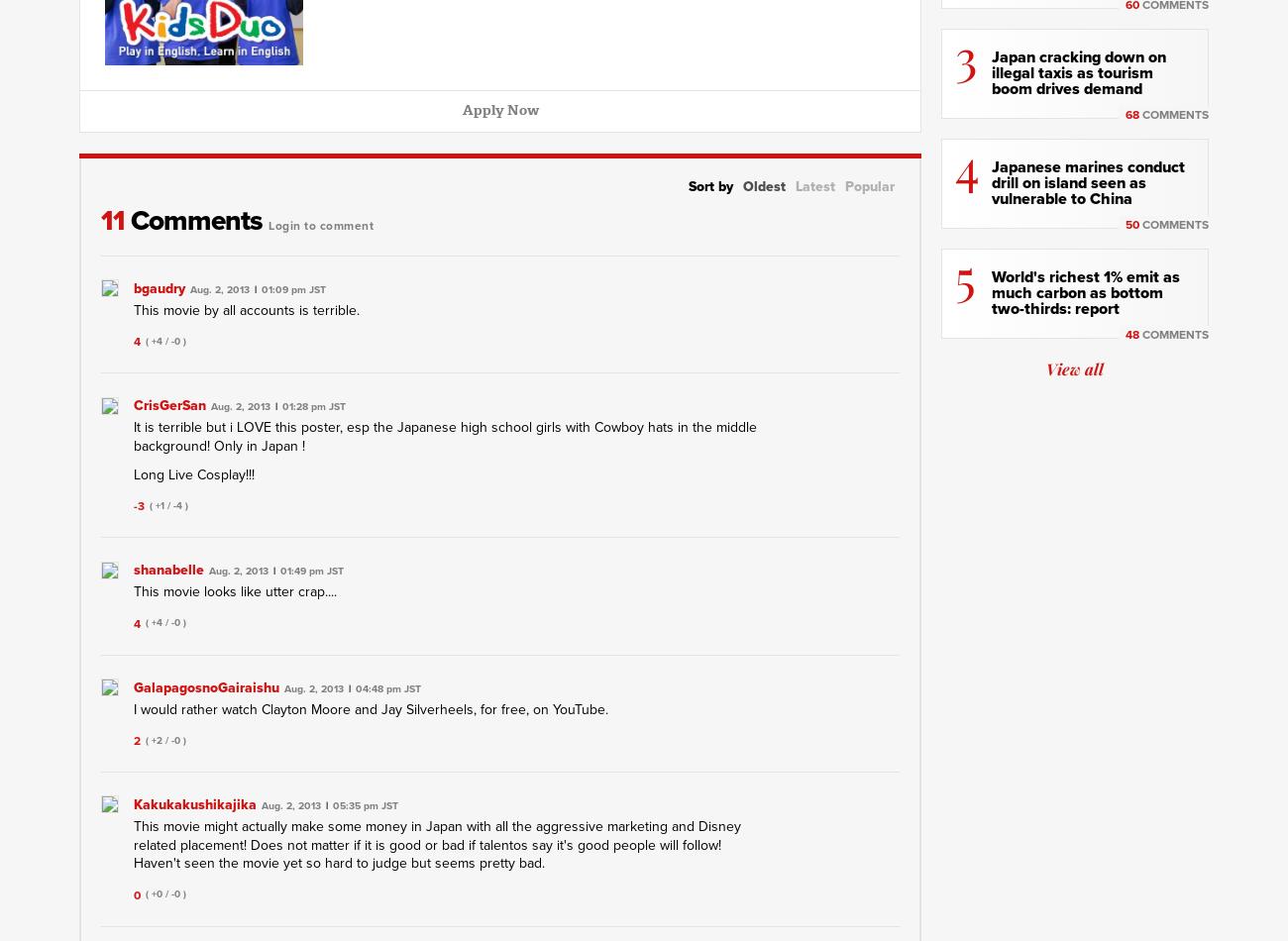 This screenshot has height=941, width=1288. I want to click on '50', so click(1131, 224).